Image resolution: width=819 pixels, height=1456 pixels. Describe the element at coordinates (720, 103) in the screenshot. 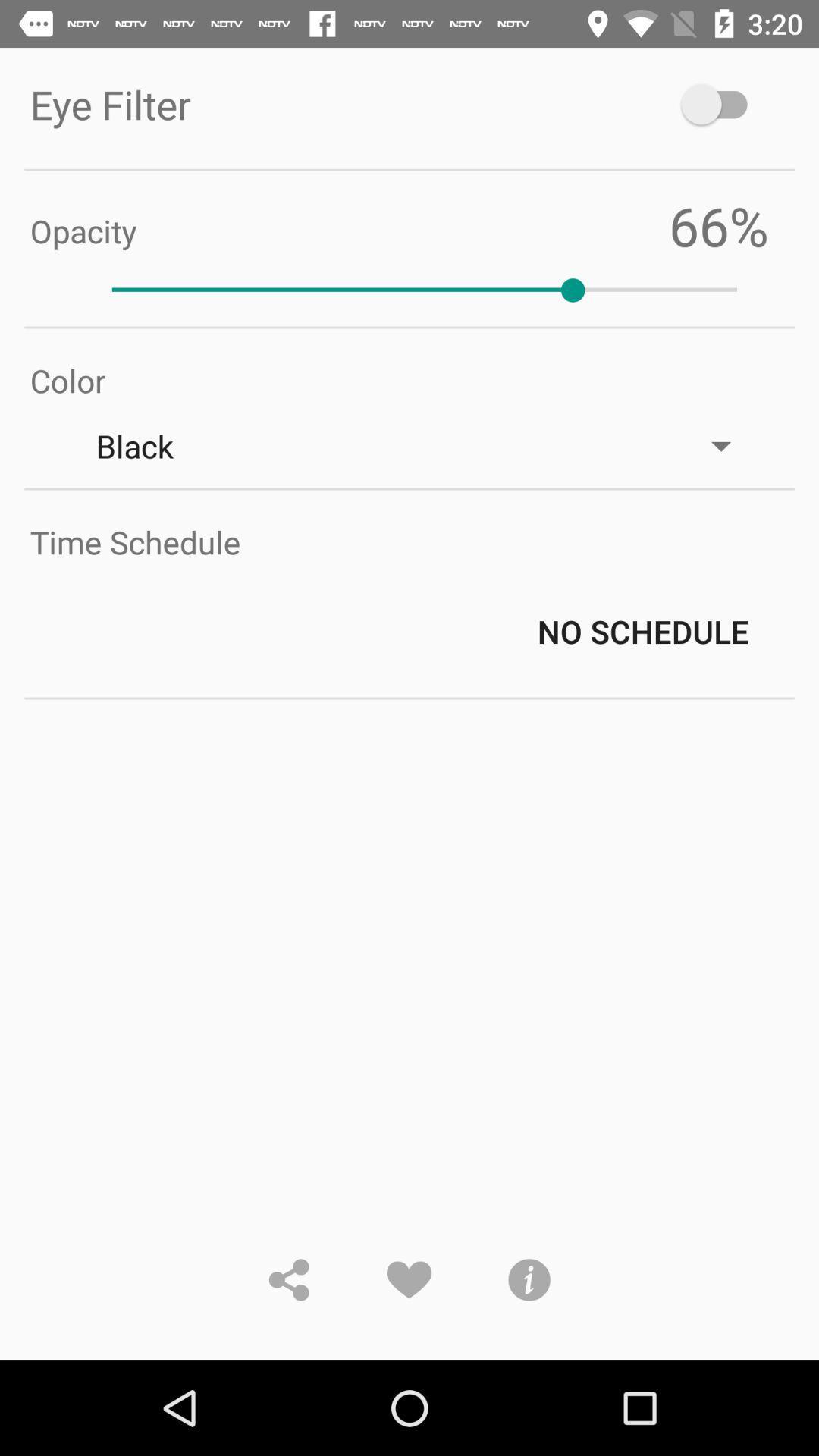

I see `eye filter option` at that location.